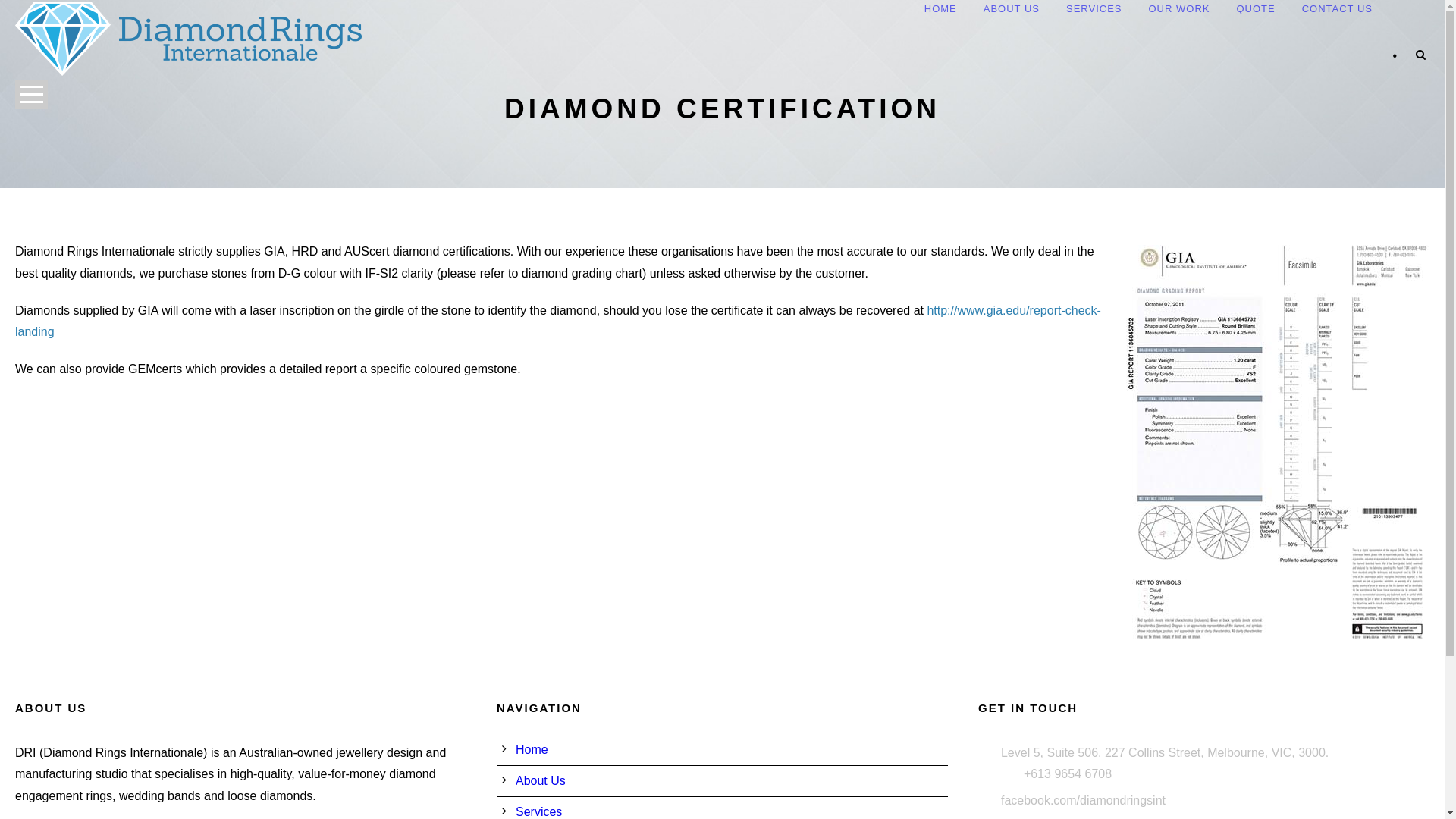  What do you see at coordinates (1066, 773) in the screenshot?
I see `'+613 9654 6708'` at bounding box center [1066, 773].